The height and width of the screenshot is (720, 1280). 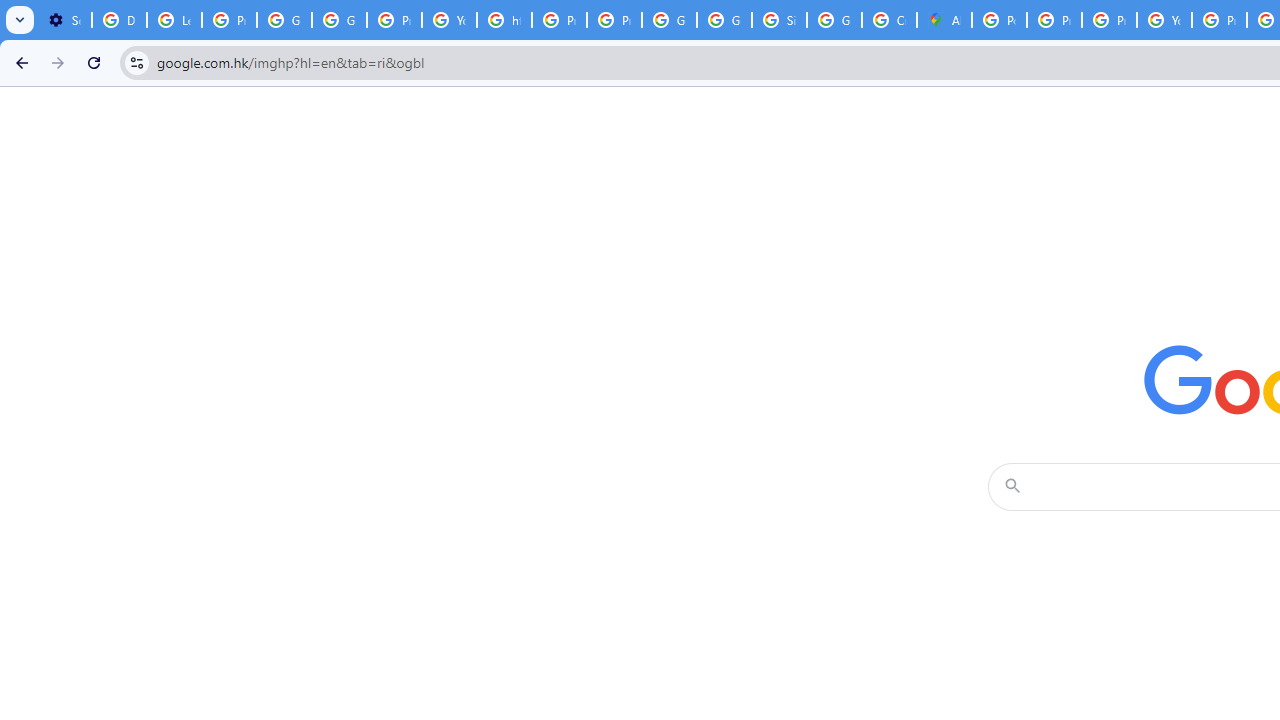 What do you see at coordinates (999, 20) in the screenshot?
I see `'Policy Accountability and Transparency - Transparency Center'` at bounding box center [999, 20].